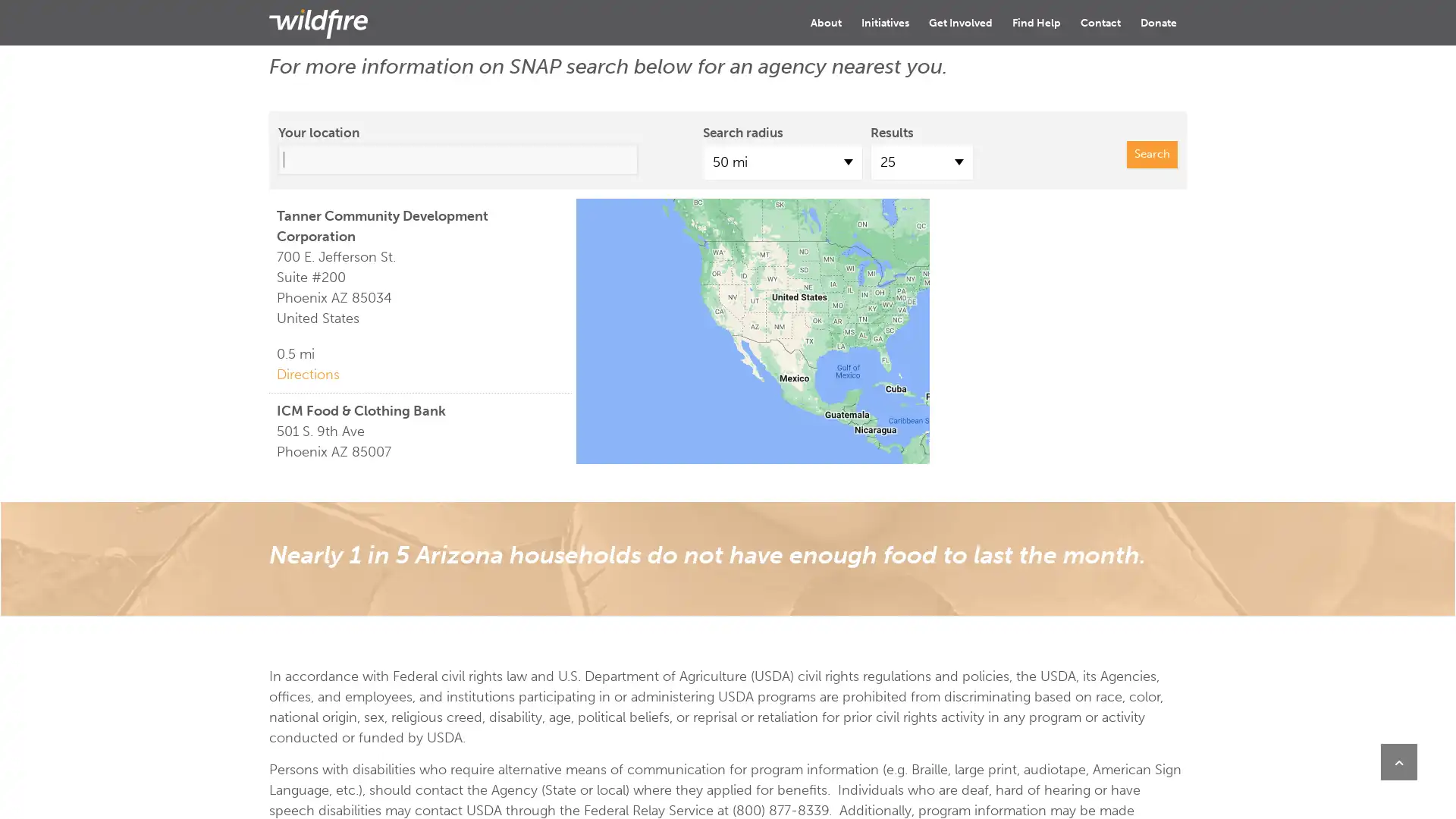 This screenshot has height=819, width=1456. Describe the element at coordinates (1163, 220) in the screenshot. I see `Toggle fullscreen view` at that location.